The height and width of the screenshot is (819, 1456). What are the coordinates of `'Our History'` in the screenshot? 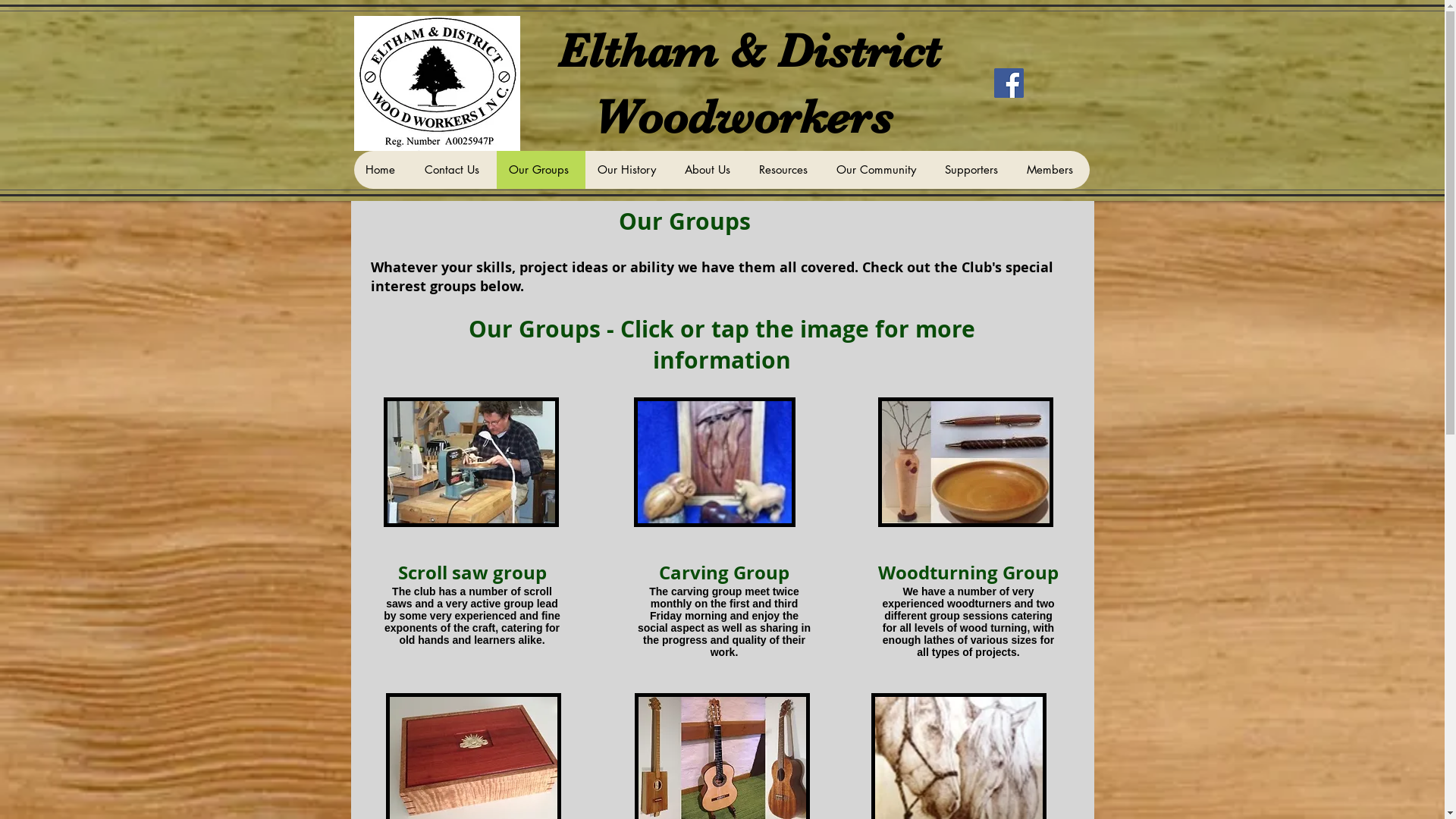 It's located at (629, 169).